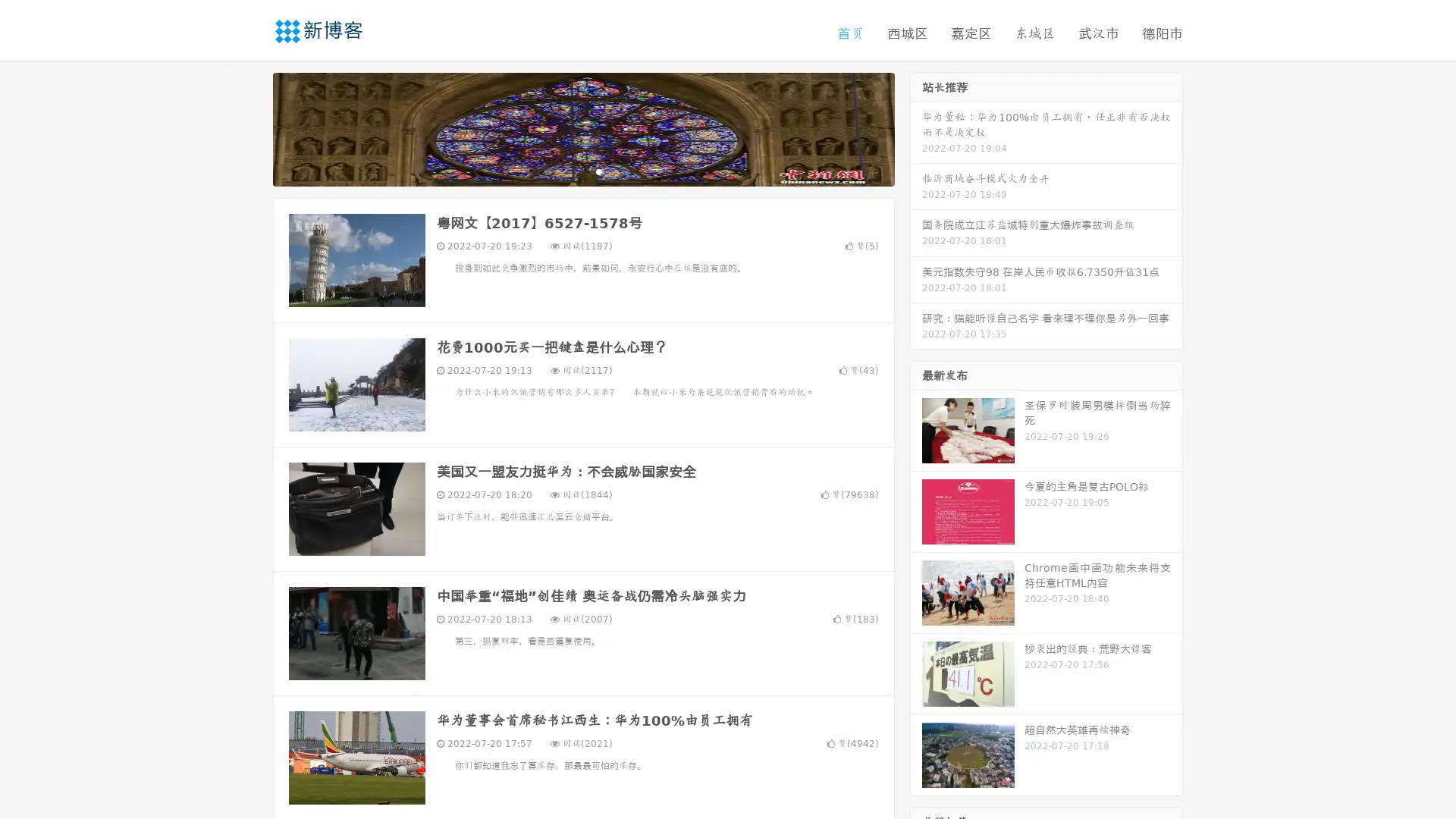 This screenshot has height=819, width=1456. What do you see at coordinates (916, 127) in the screenshot?
I see `Next slide` at bounding box center [916, 127].